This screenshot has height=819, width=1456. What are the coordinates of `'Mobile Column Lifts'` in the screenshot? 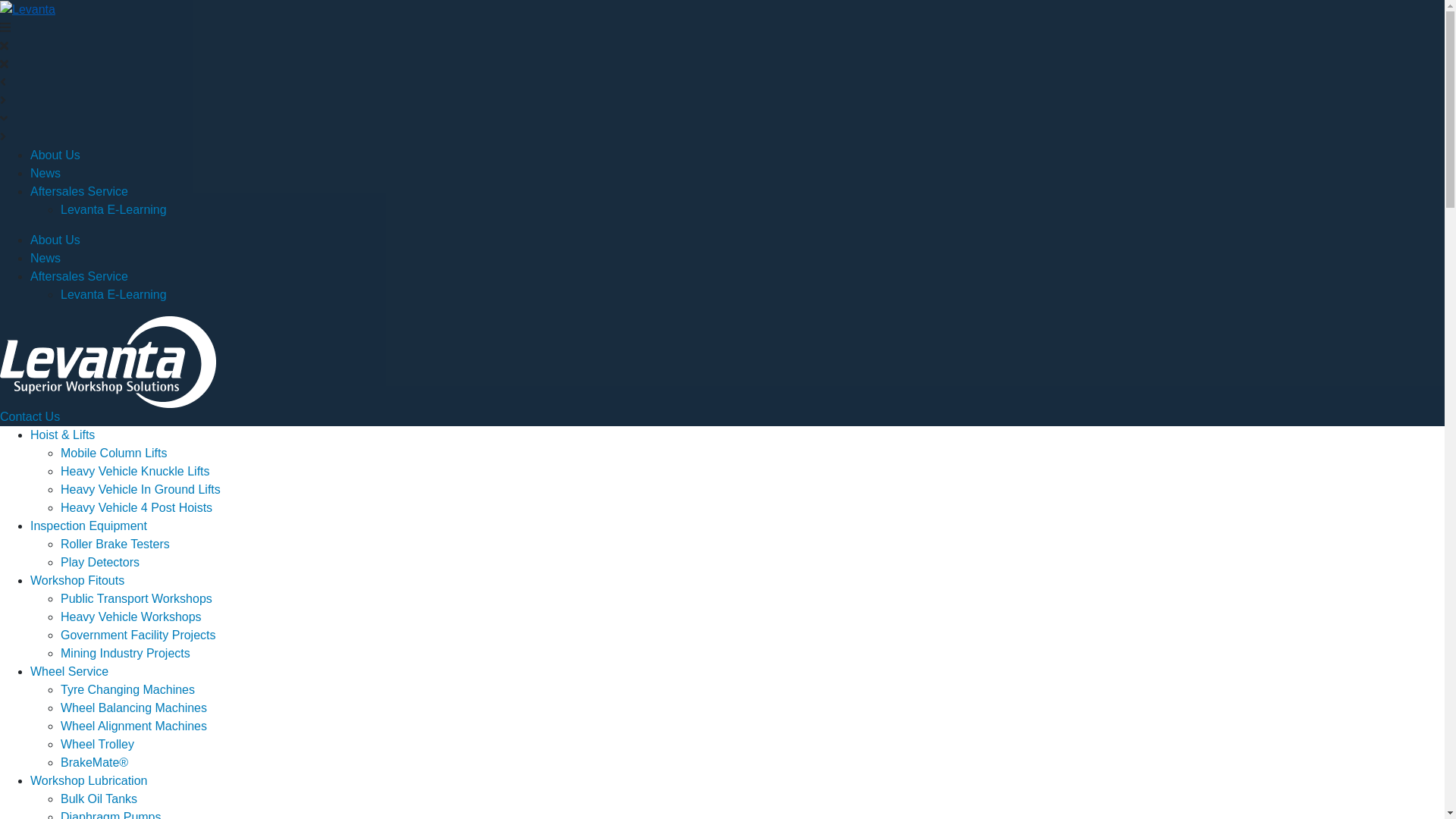 It's located at (61, 452).